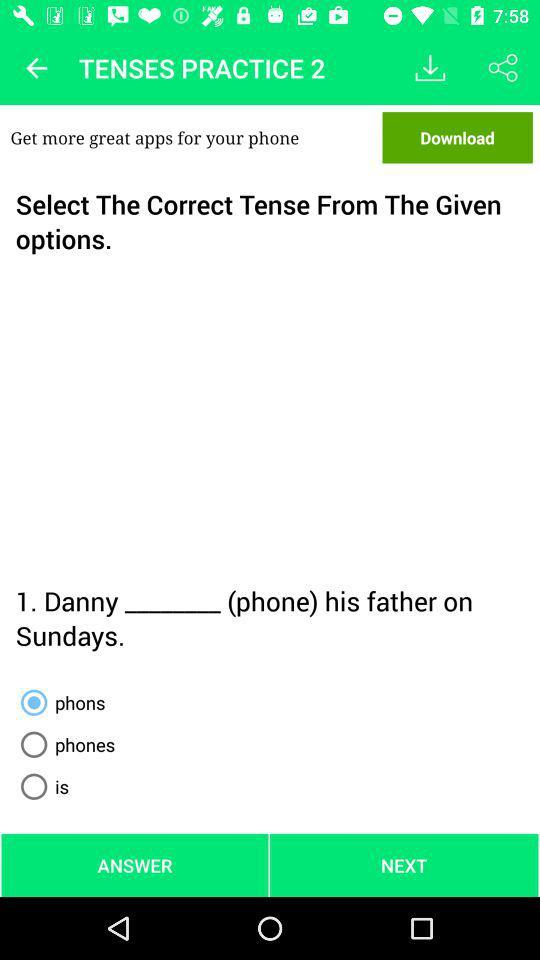 The image size is (540, 960). What do you see at coordinates (59, 702) in the screenshot?
I see `the item below the 1 danny ________ icon` at bounding box center [59, 702].